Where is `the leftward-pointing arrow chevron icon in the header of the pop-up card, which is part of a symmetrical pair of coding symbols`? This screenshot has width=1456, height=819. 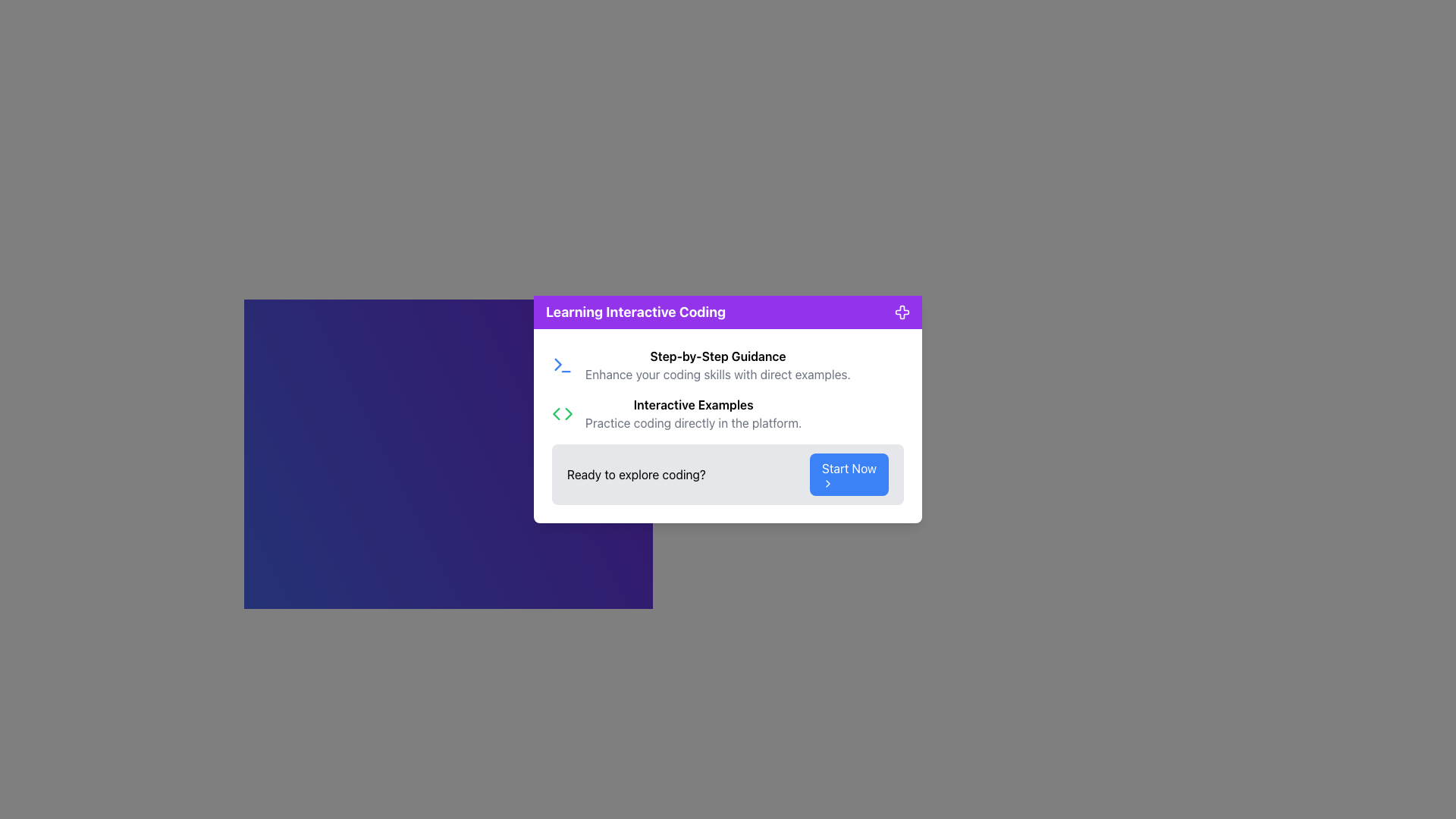 the leftward-pointing arrow chevron icon in the header of the pop-up card, which is part of a symmetrical pair of coding symbols is located at coordinates (555, 414).